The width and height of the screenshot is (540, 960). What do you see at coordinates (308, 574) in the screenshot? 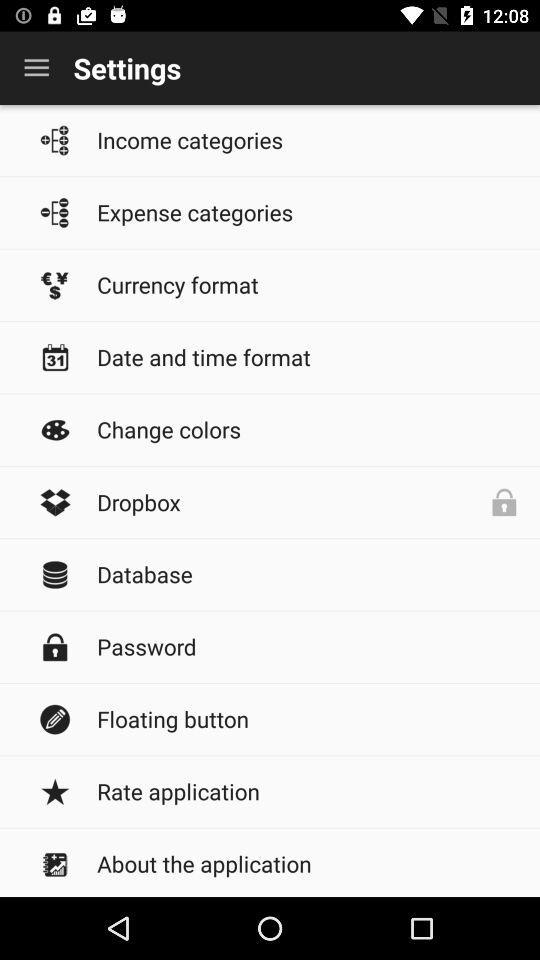
I see `item below the dropbox` at bounding box center [308, 574].